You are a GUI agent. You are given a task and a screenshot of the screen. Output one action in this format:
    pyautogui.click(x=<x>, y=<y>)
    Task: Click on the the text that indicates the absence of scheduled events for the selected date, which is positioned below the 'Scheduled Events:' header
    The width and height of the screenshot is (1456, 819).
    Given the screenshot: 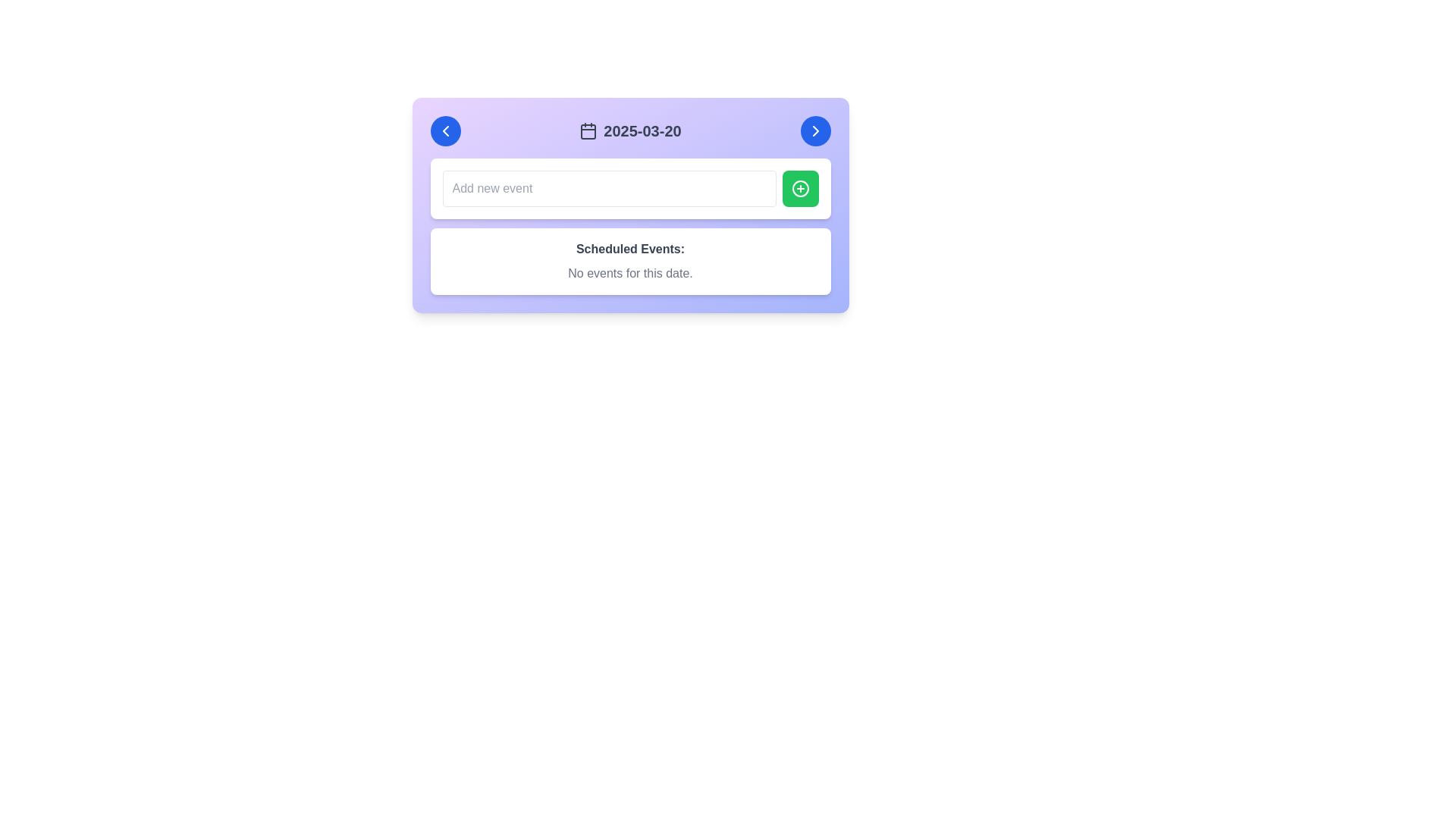 What is the action you would take?
    pyautogui.click(x=630, y=274)
    